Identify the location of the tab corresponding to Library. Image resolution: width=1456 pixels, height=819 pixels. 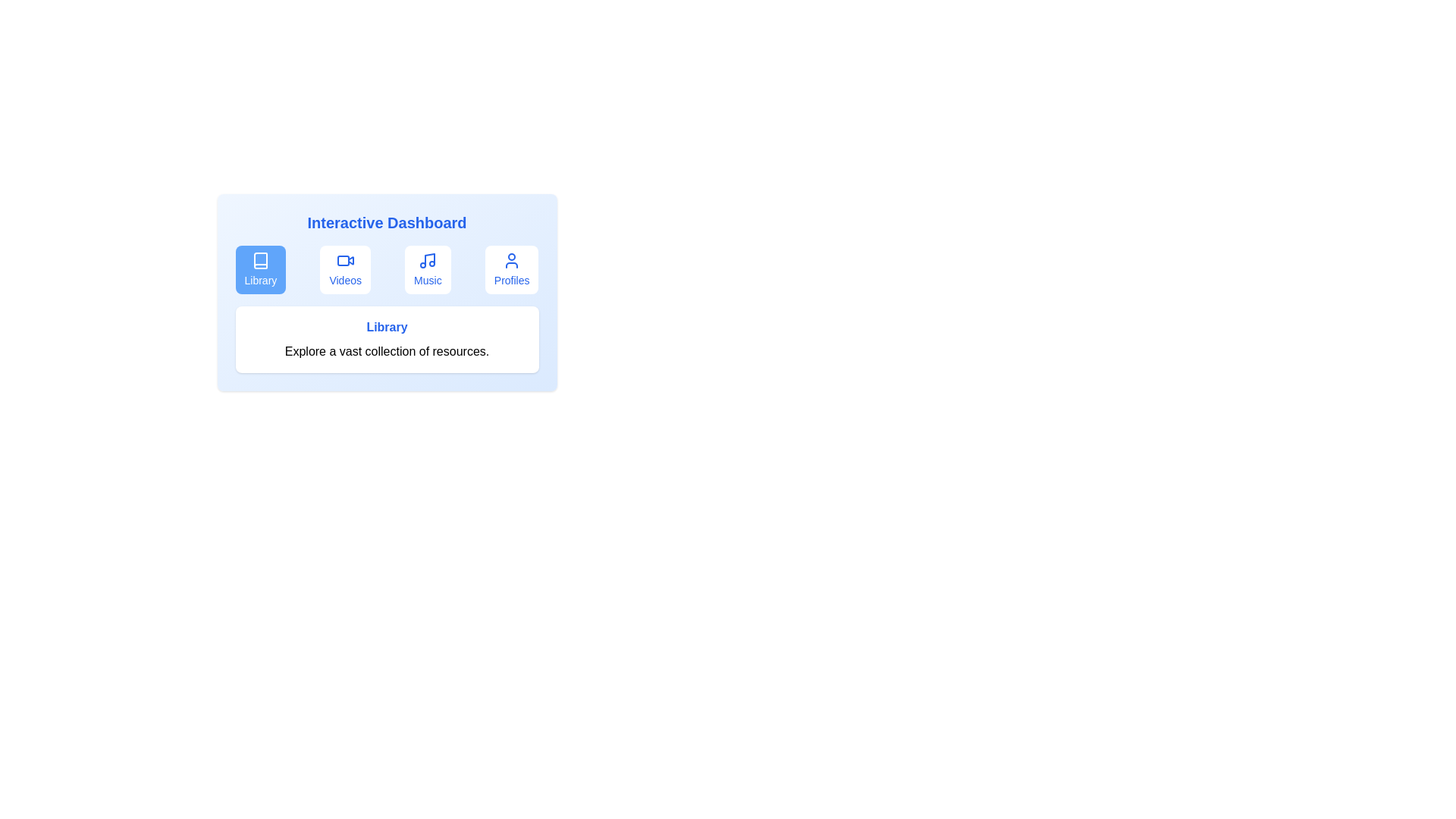
(260, 268).